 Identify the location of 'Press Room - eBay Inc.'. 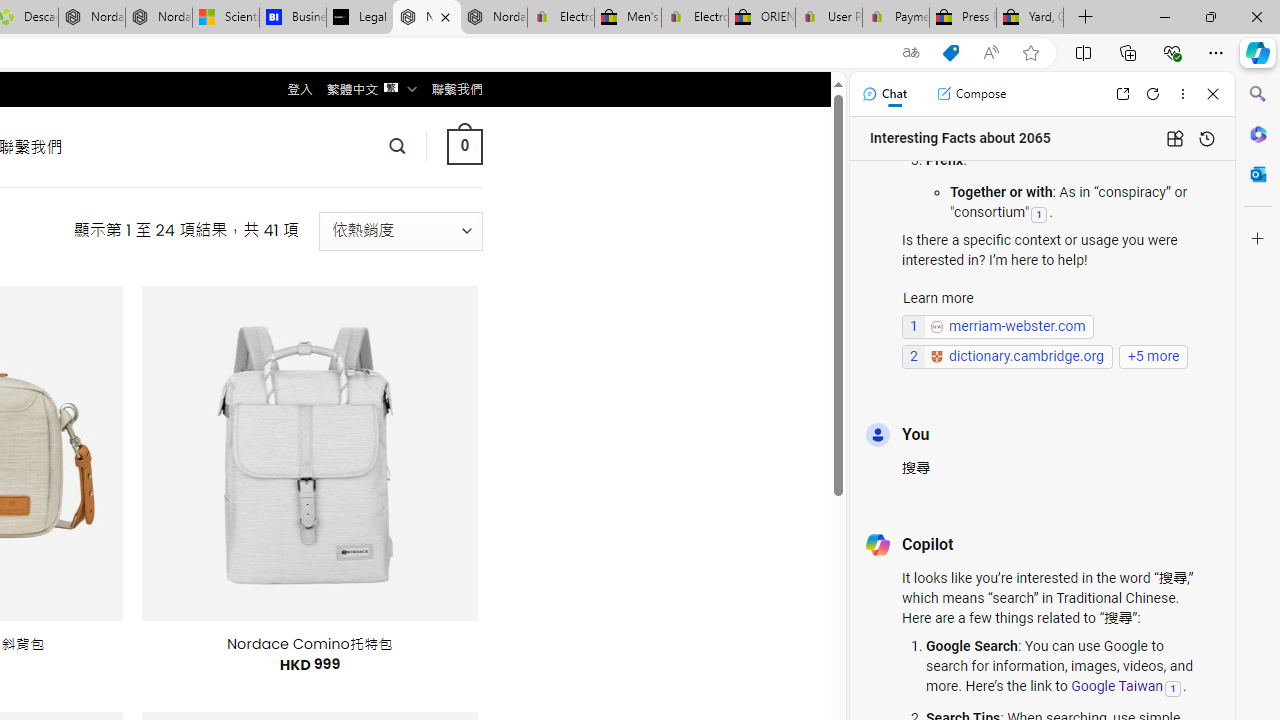
(963, 17).